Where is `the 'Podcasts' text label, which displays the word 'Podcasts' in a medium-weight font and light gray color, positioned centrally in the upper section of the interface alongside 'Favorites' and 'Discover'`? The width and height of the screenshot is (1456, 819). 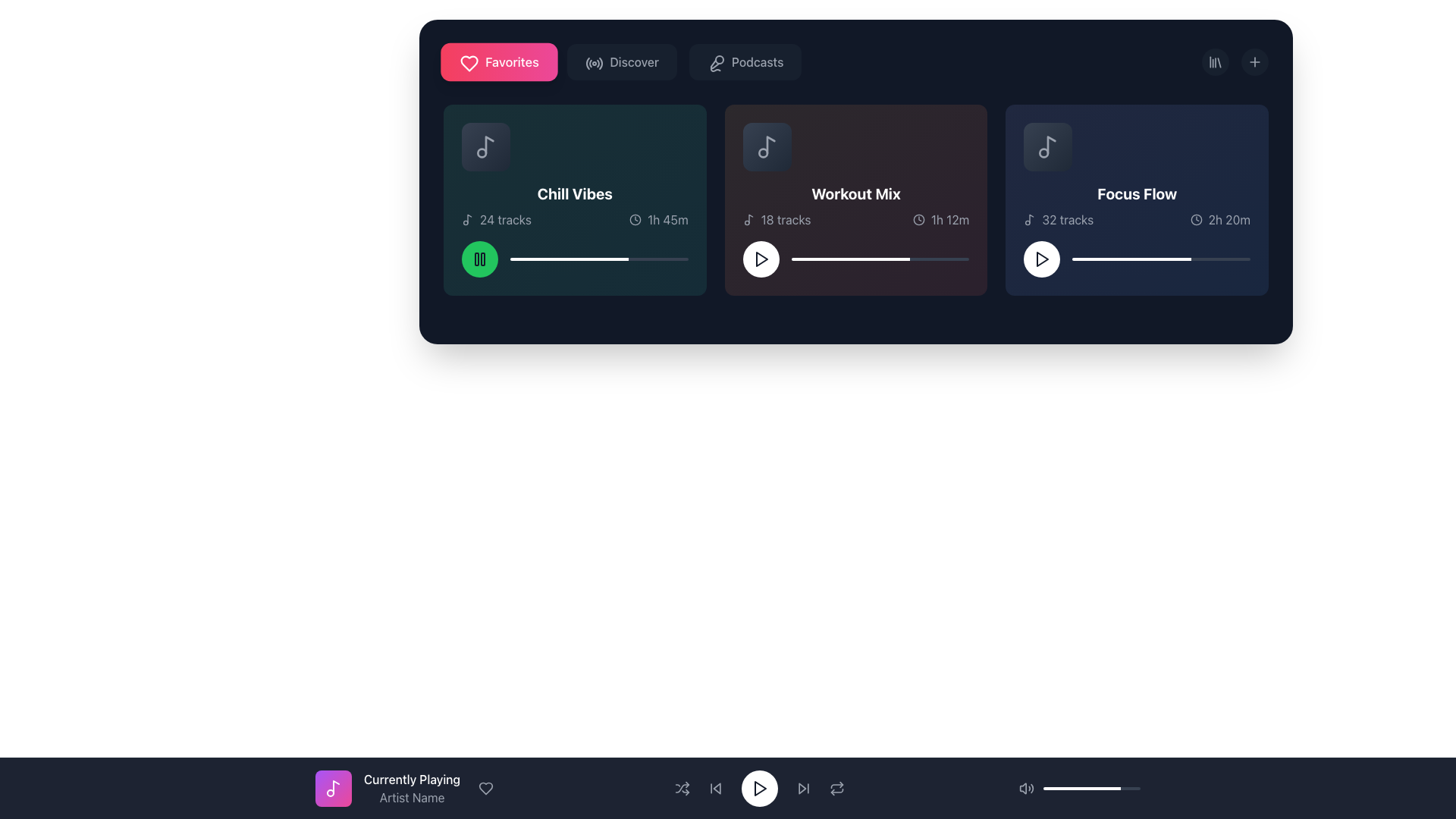
the 'Podcasts' text label, which displays the word 'Podcasts' in a medium-weight font and light gray color, positioned centrally in the upper section of the interface alongside 'Favorites' and 'Discover' is located at coordinates (758, 61).